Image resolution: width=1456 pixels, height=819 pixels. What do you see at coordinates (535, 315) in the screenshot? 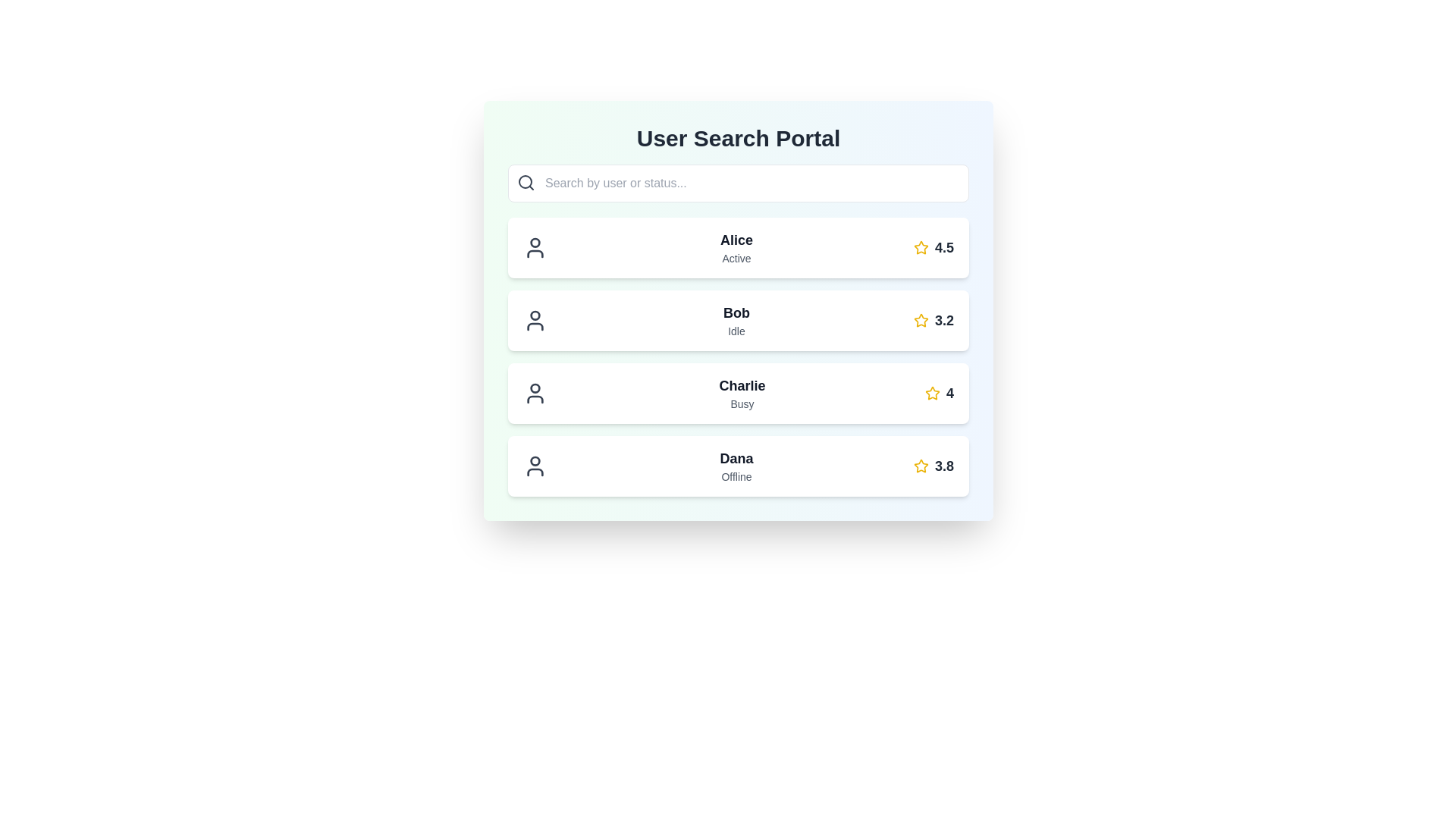
I see `the circular graphical icon representing the head section of the user icon for 'Bob', which is the second user in the profile listing` at bounding box center [535, 315].